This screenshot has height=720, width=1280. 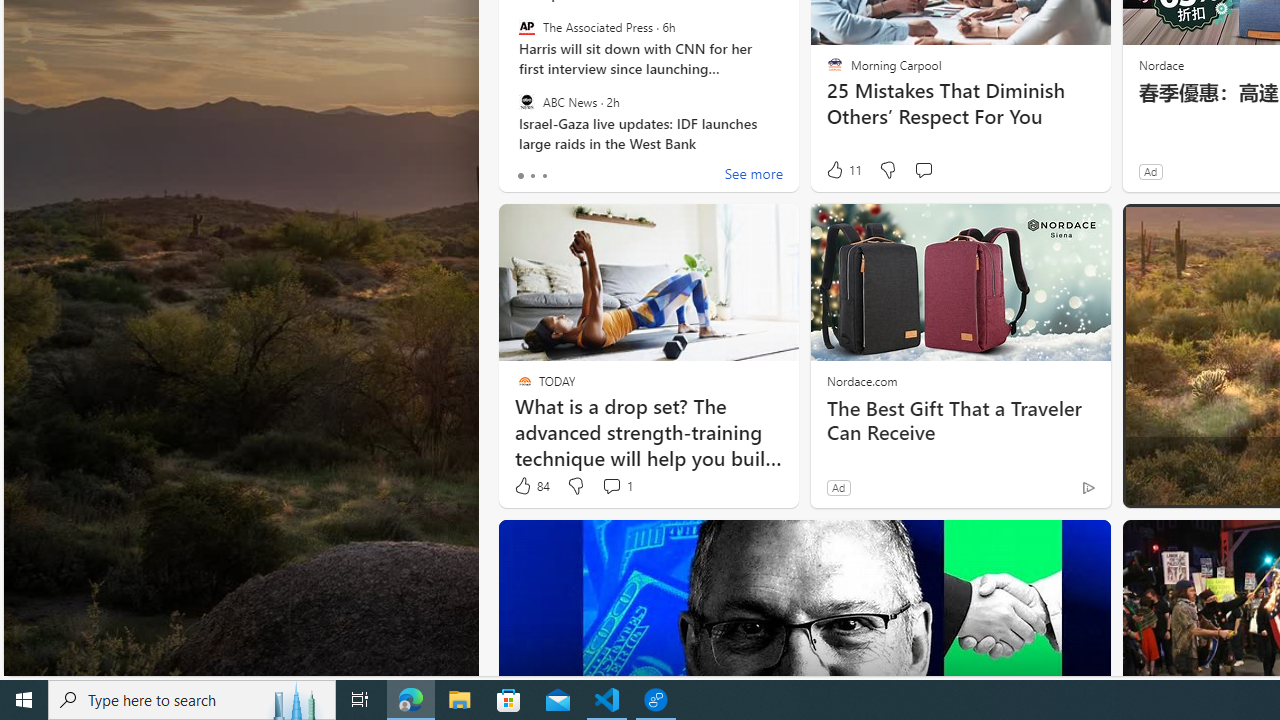 What do you see at coordinates (531, 486) in the screenshot?
I see `'84 Like'` at bounding box center [531, 486].